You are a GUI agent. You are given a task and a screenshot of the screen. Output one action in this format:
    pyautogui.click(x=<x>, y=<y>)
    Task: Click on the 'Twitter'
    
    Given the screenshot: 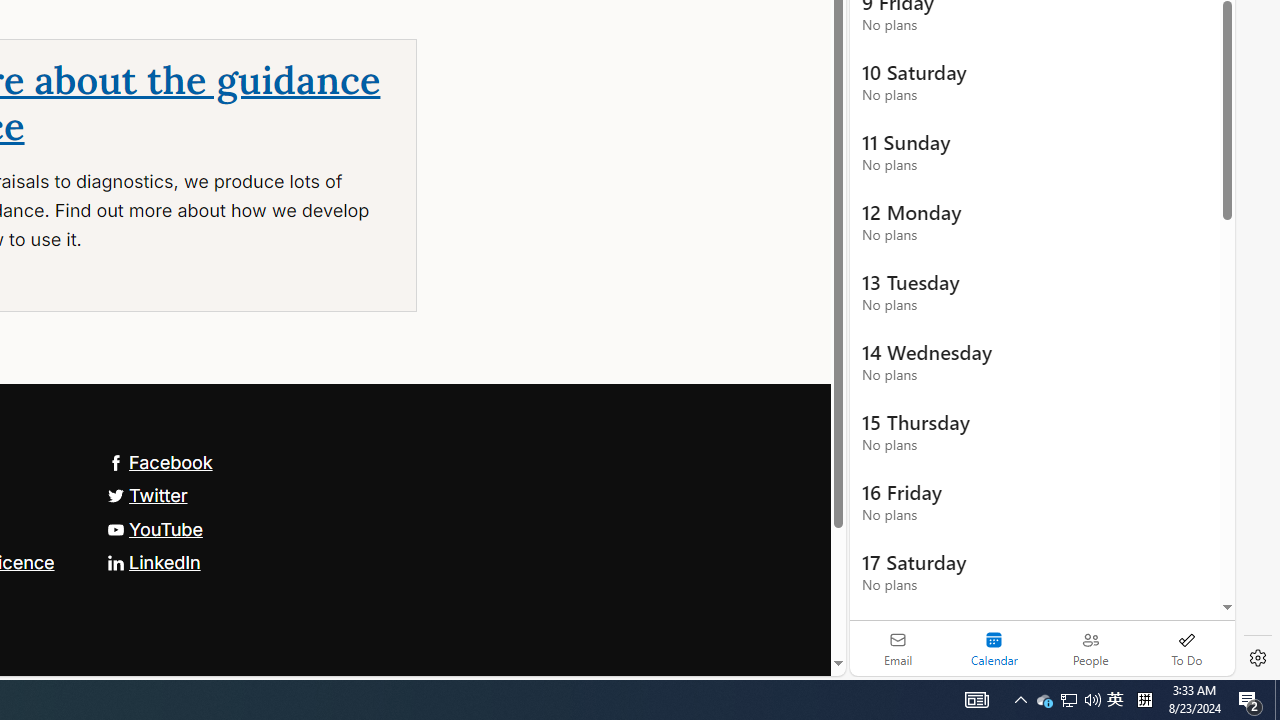 What is the action you would take?
    pyautogui.click(x=146, y=495)
    